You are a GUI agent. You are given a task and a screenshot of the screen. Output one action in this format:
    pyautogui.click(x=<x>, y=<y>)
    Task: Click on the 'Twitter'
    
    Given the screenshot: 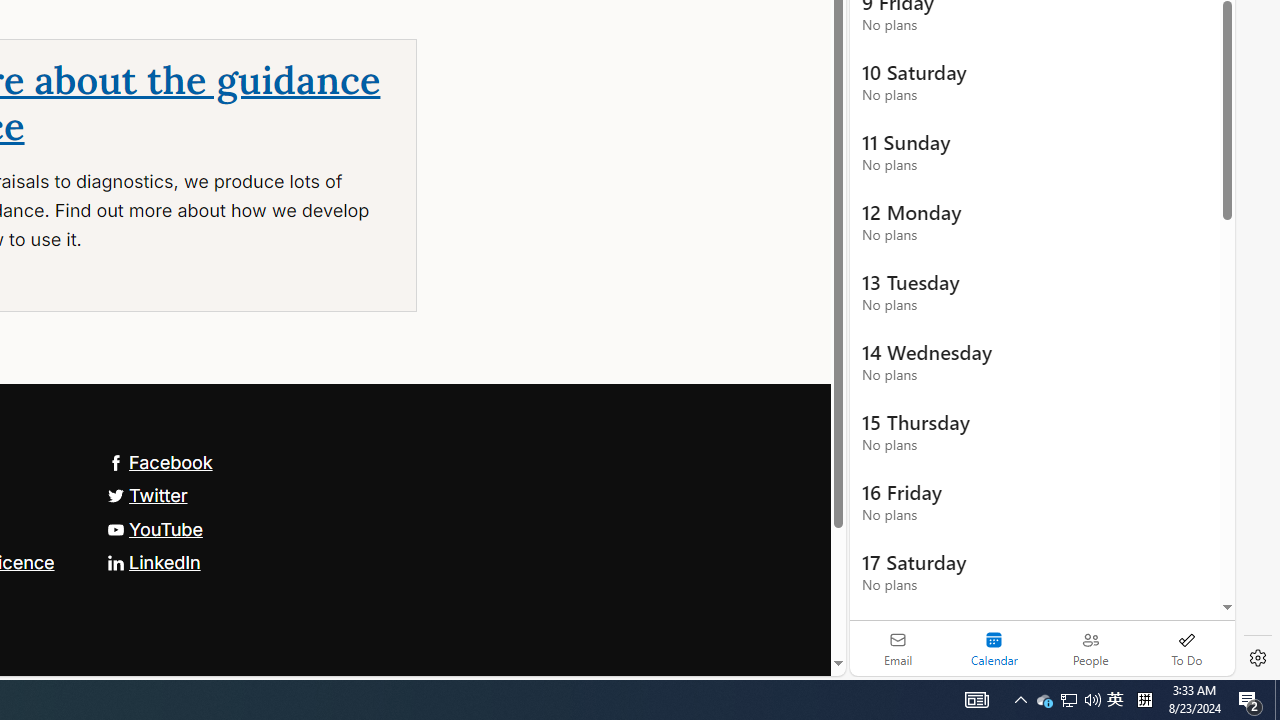 What is the action you would take?
    pyautogui.click(x=146, y=495)
    